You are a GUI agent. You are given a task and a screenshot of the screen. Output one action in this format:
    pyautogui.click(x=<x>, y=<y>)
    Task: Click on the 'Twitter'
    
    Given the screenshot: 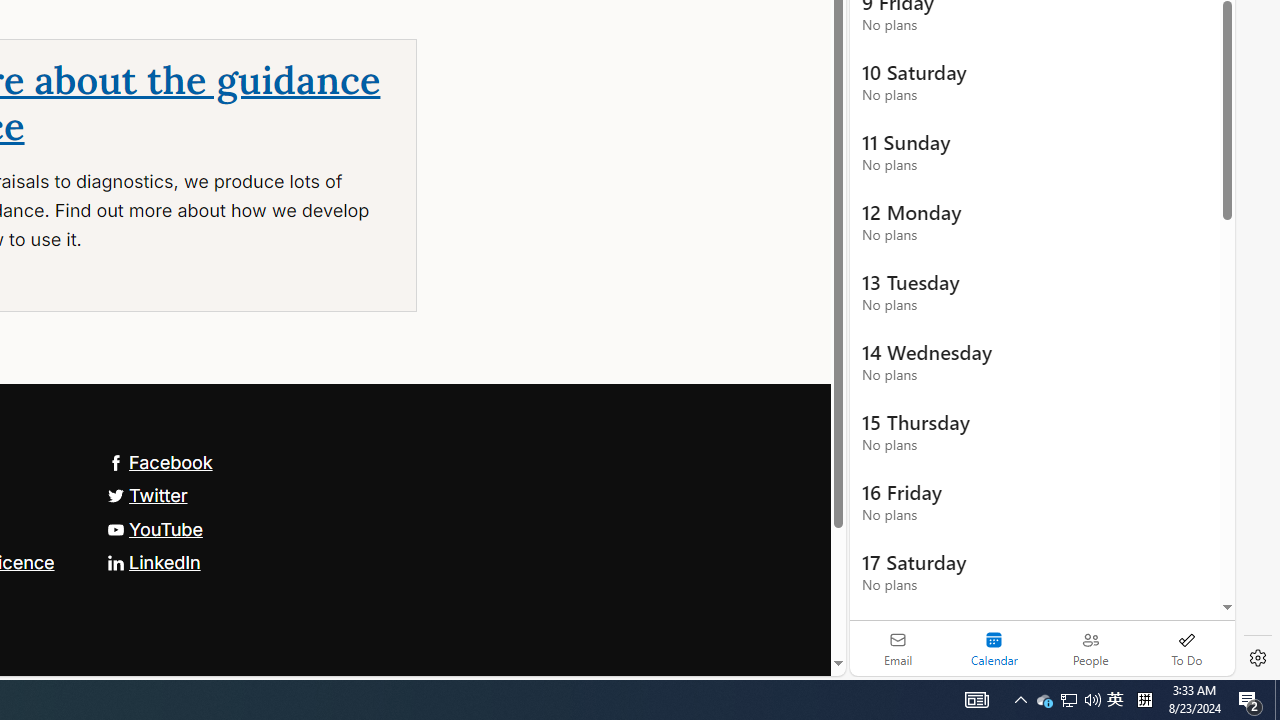 What is the action you would take?
    pyautogui.click(x=146, y=495)
    